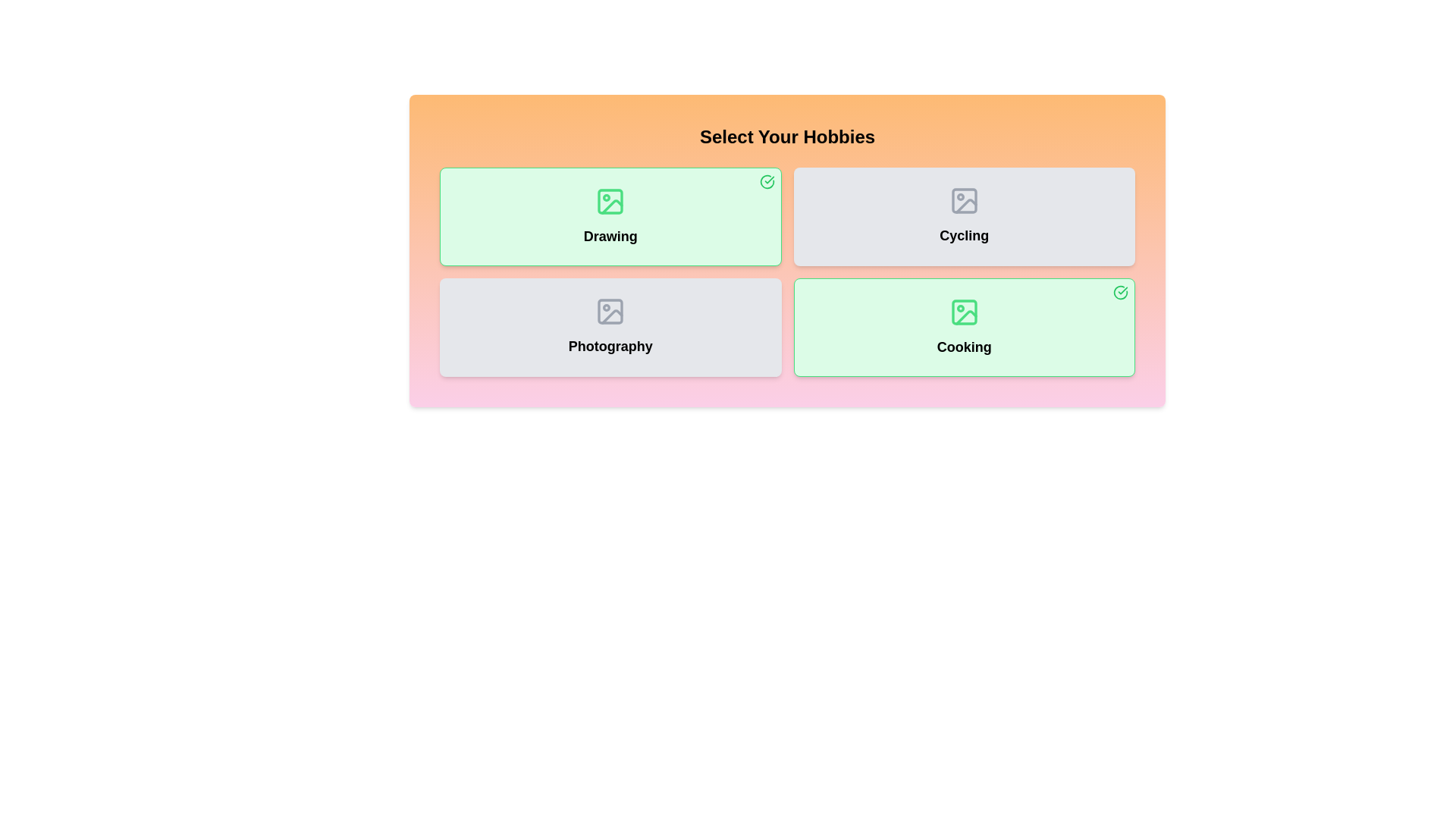 This screenshot has width=1456, height=819. Describe the element at coordinates (963, 312) in the screenshot. I see `the image icon of the hobby card corresponding to Cooking` at that location.